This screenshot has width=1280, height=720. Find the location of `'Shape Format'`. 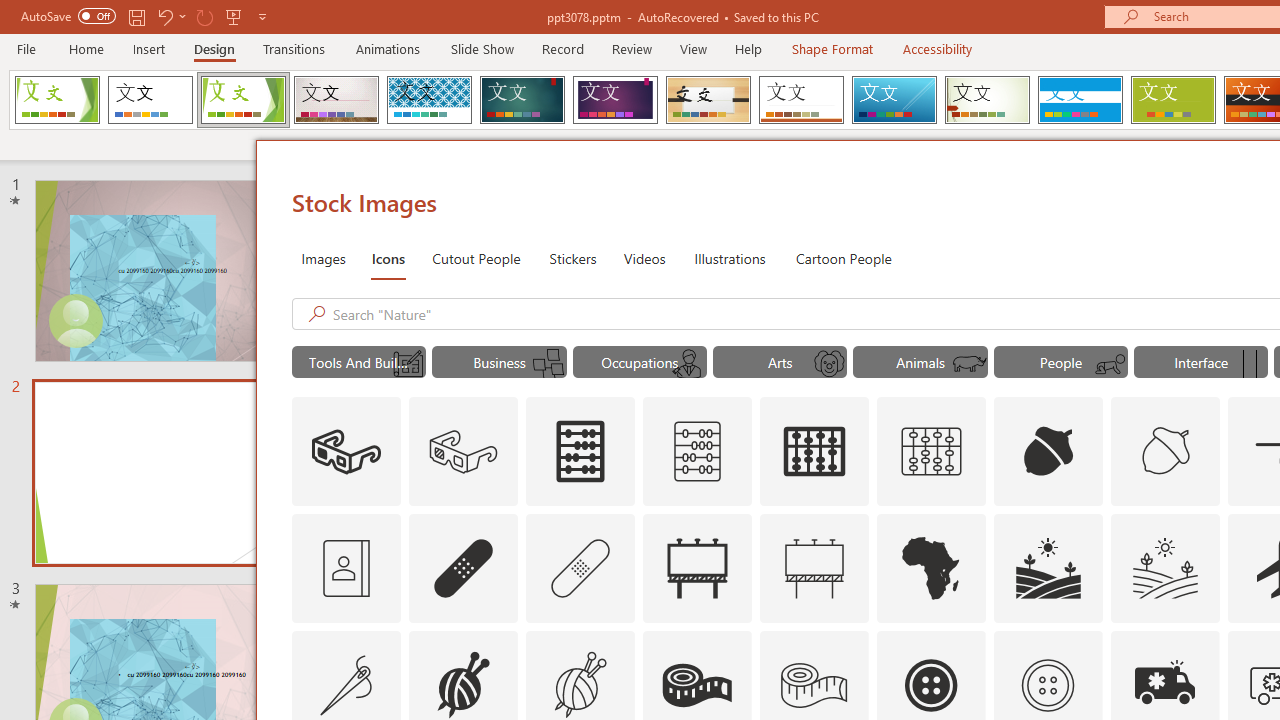

'Shape Format' is located at coordinates (832, 48).